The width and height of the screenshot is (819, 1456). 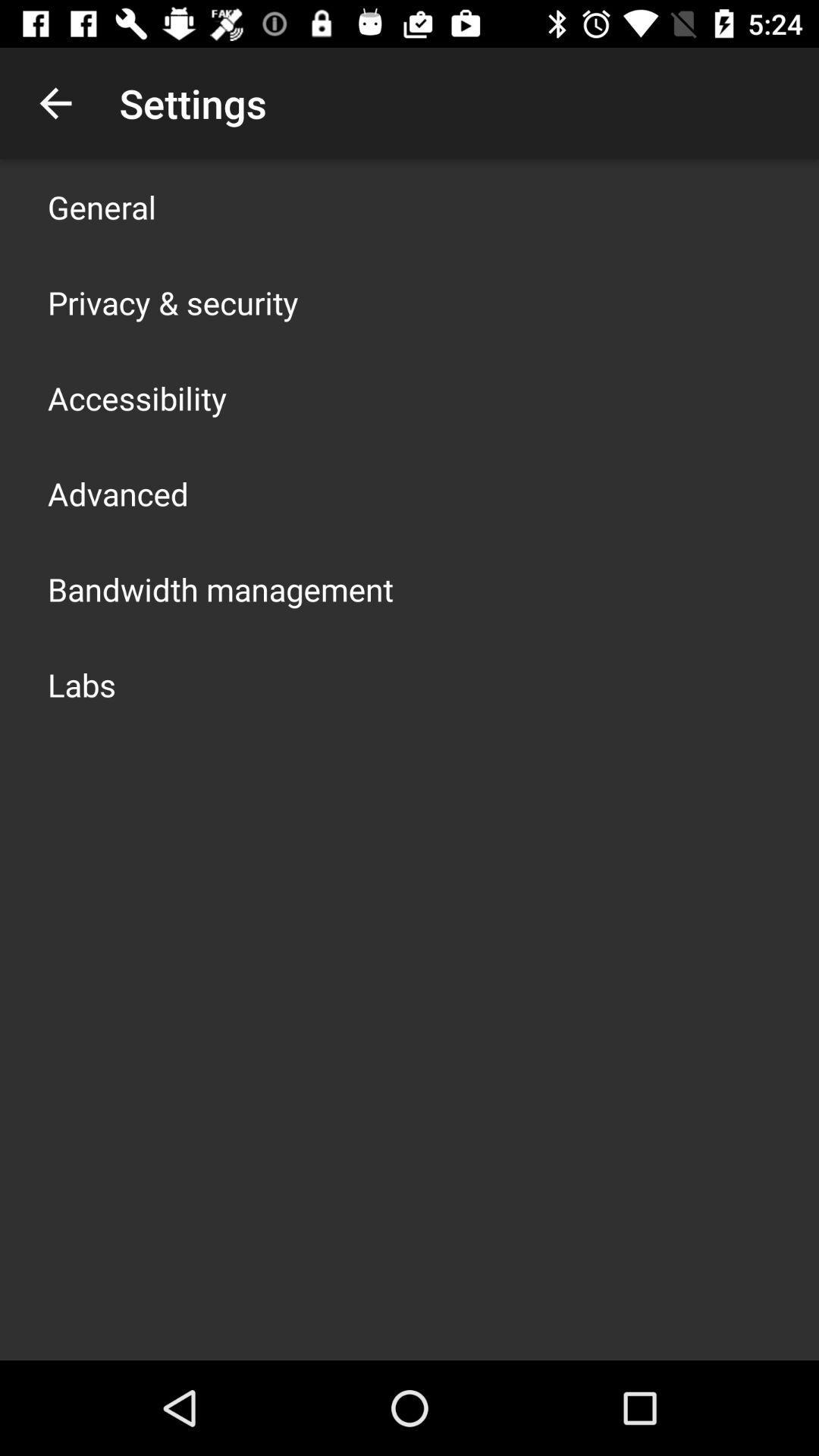 What do you see at coordinates (117, 494) in the screenshot?
I see `advanced app` at bounding box center [117, 494].